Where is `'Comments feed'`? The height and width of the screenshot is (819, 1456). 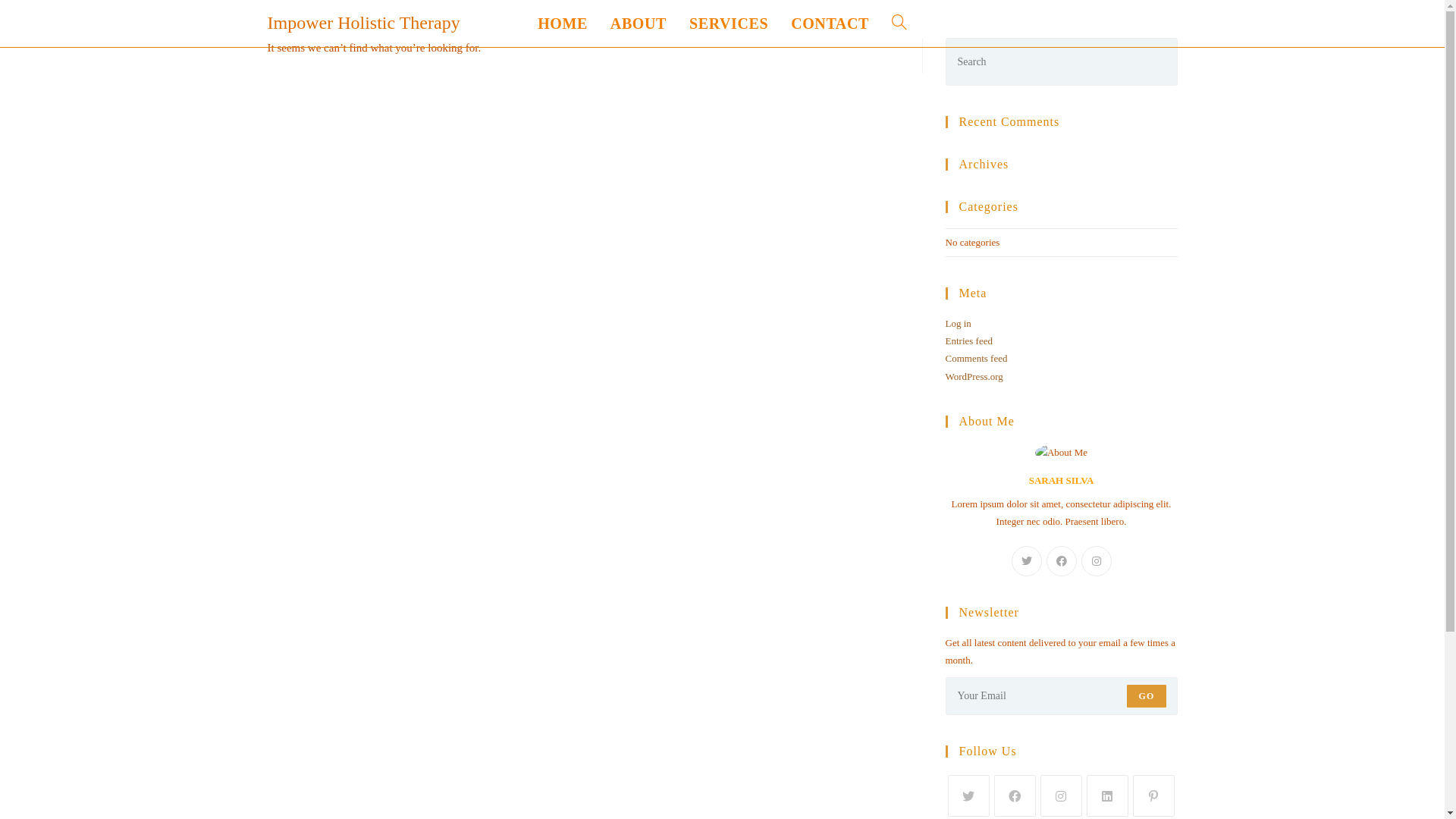
'Comments feed' is located at coordinates (975, 358).